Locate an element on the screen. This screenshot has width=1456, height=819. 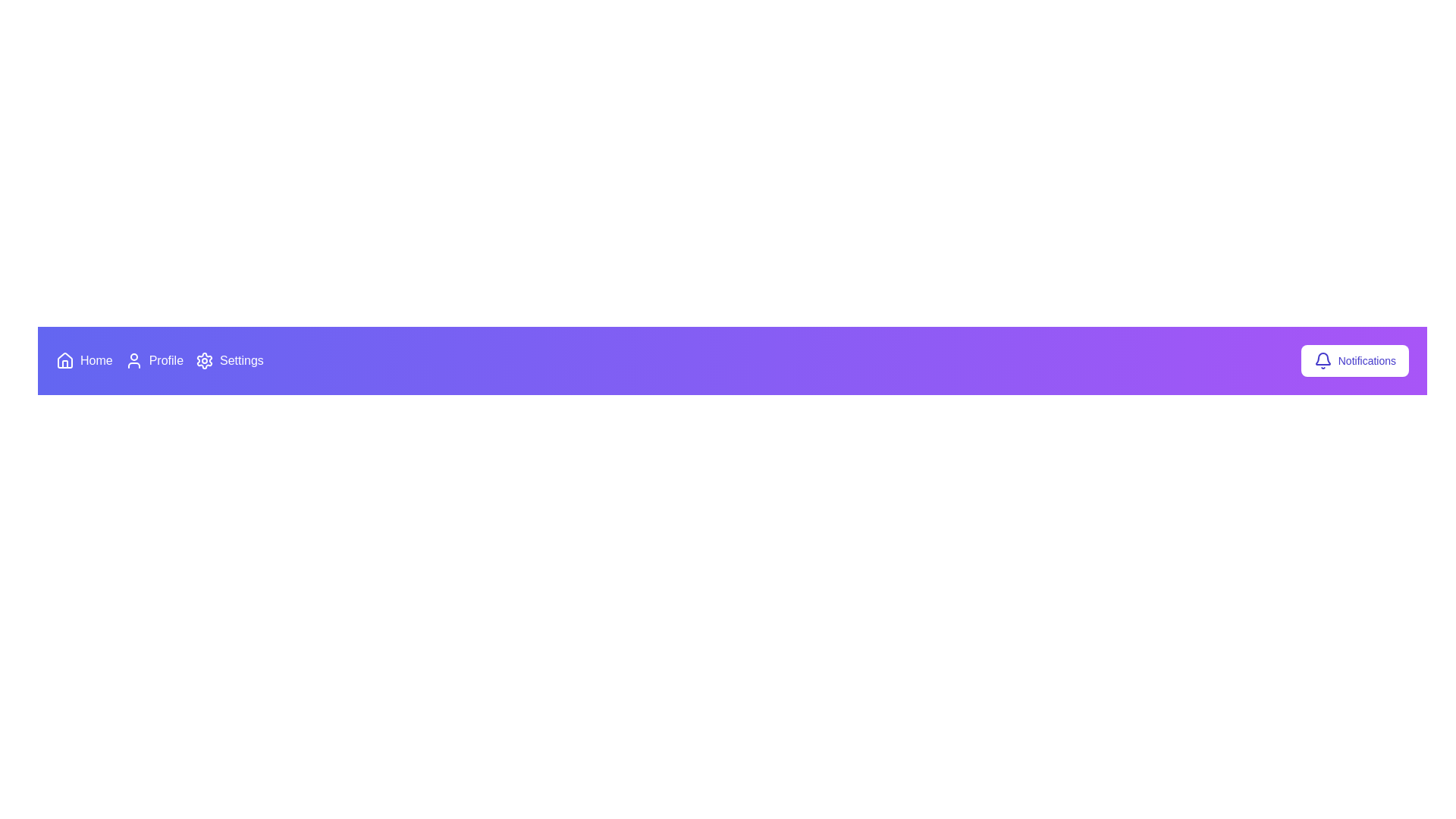
graphical icon element, which is a vertical rectangle tapering towards the middle, located in the lower center of the house icon in the navigation bar is located at coordinates (64, 363).